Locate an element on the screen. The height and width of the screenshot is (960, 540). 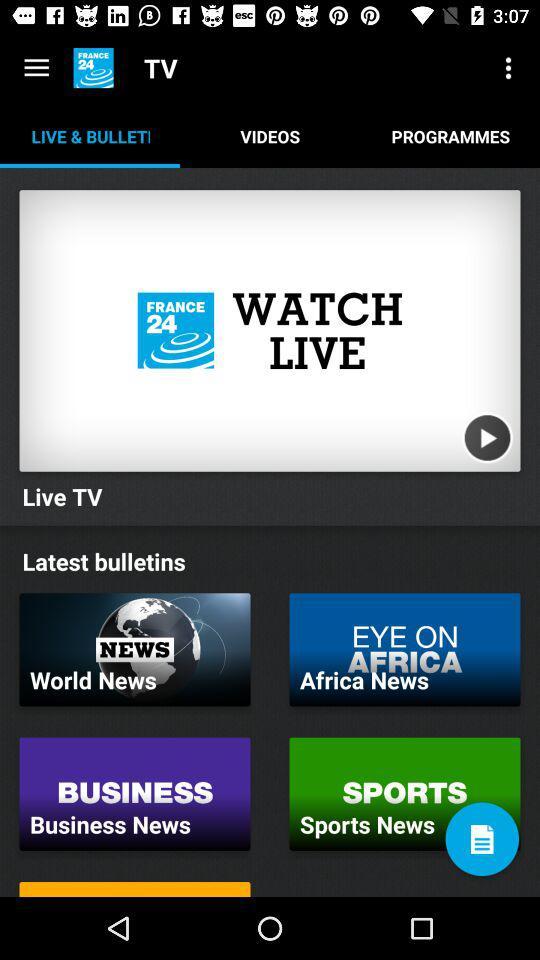
the description icon is located at coordinates (481, 839).